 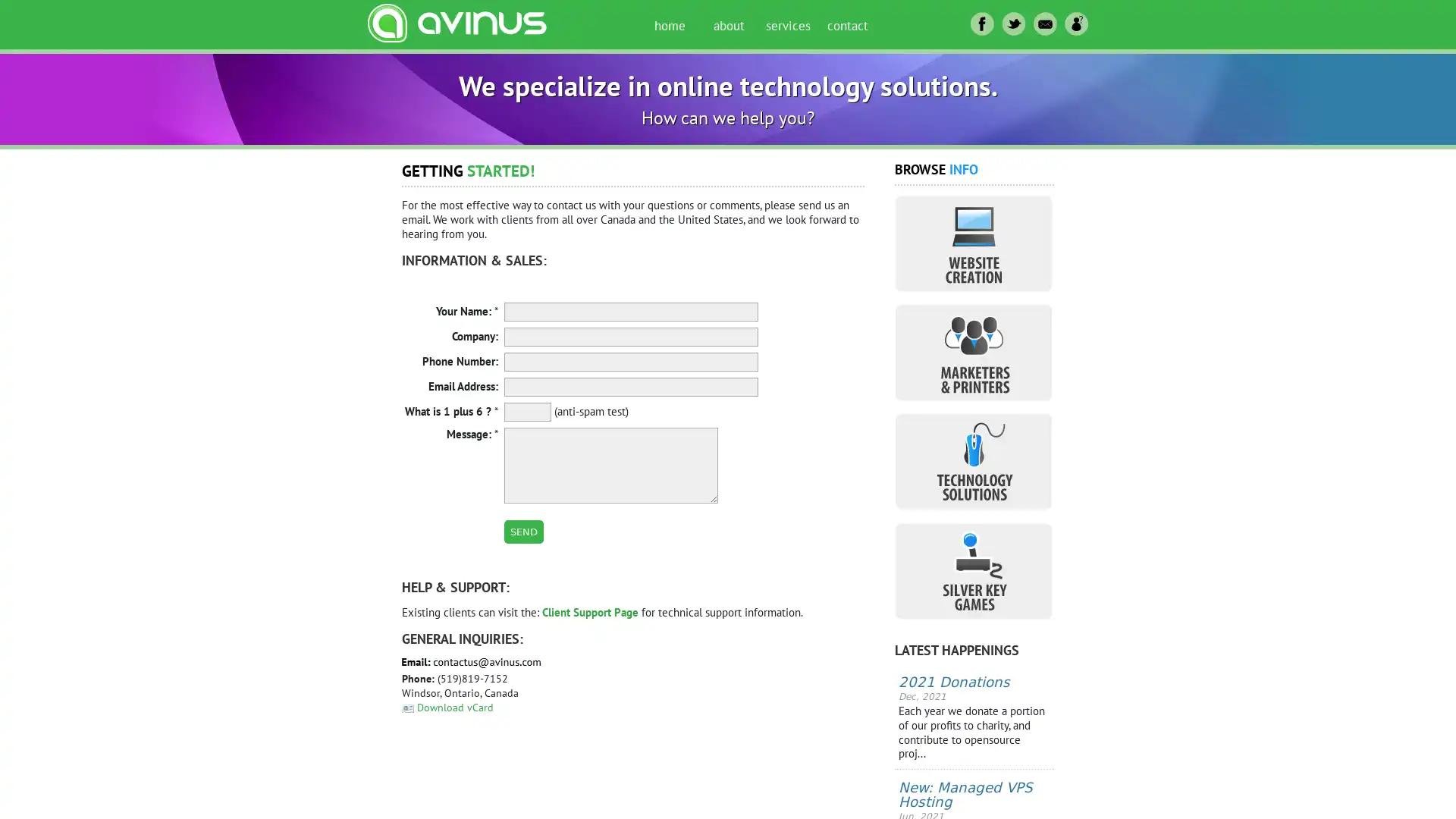 What do you see at coordinates (524, 531) in the screenshot?
I see `Send` at bounding box center [524, 531].